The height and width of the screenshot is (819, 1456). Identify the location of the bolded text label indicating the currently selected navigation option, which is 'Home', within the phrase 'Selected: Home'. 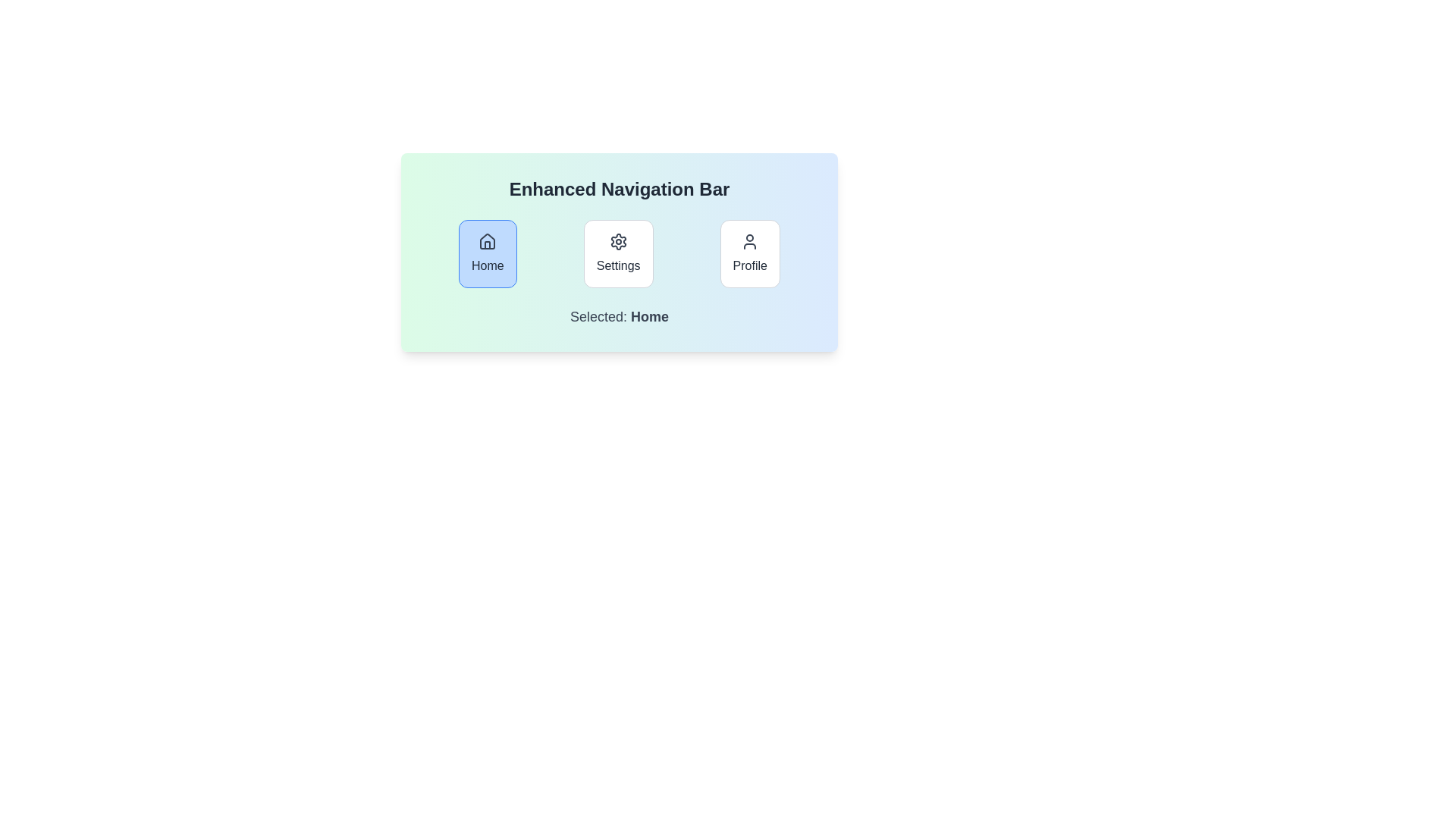
(650, 315).